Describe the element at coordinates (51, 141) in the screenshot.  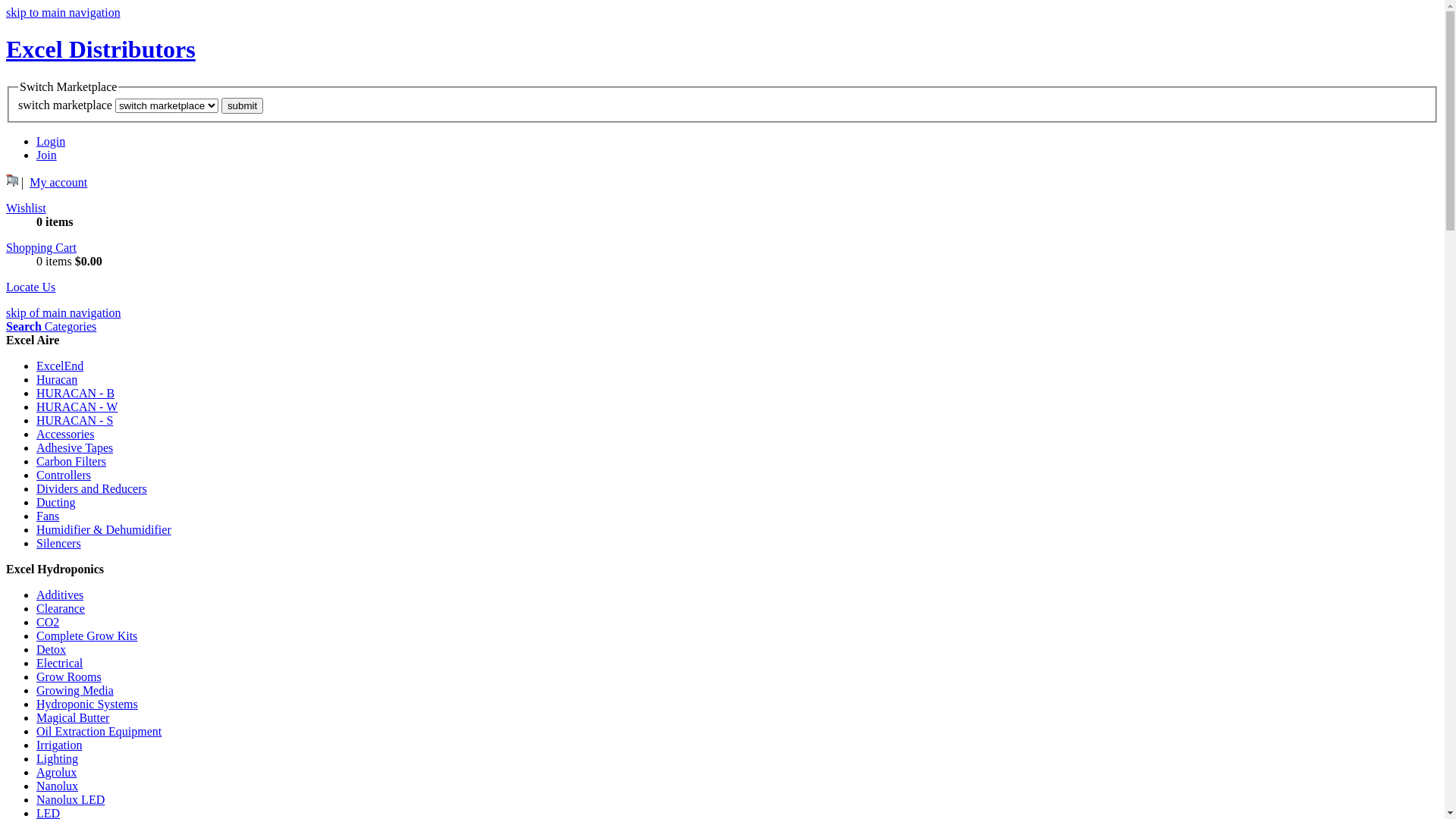
I see `'Login'` at that location.